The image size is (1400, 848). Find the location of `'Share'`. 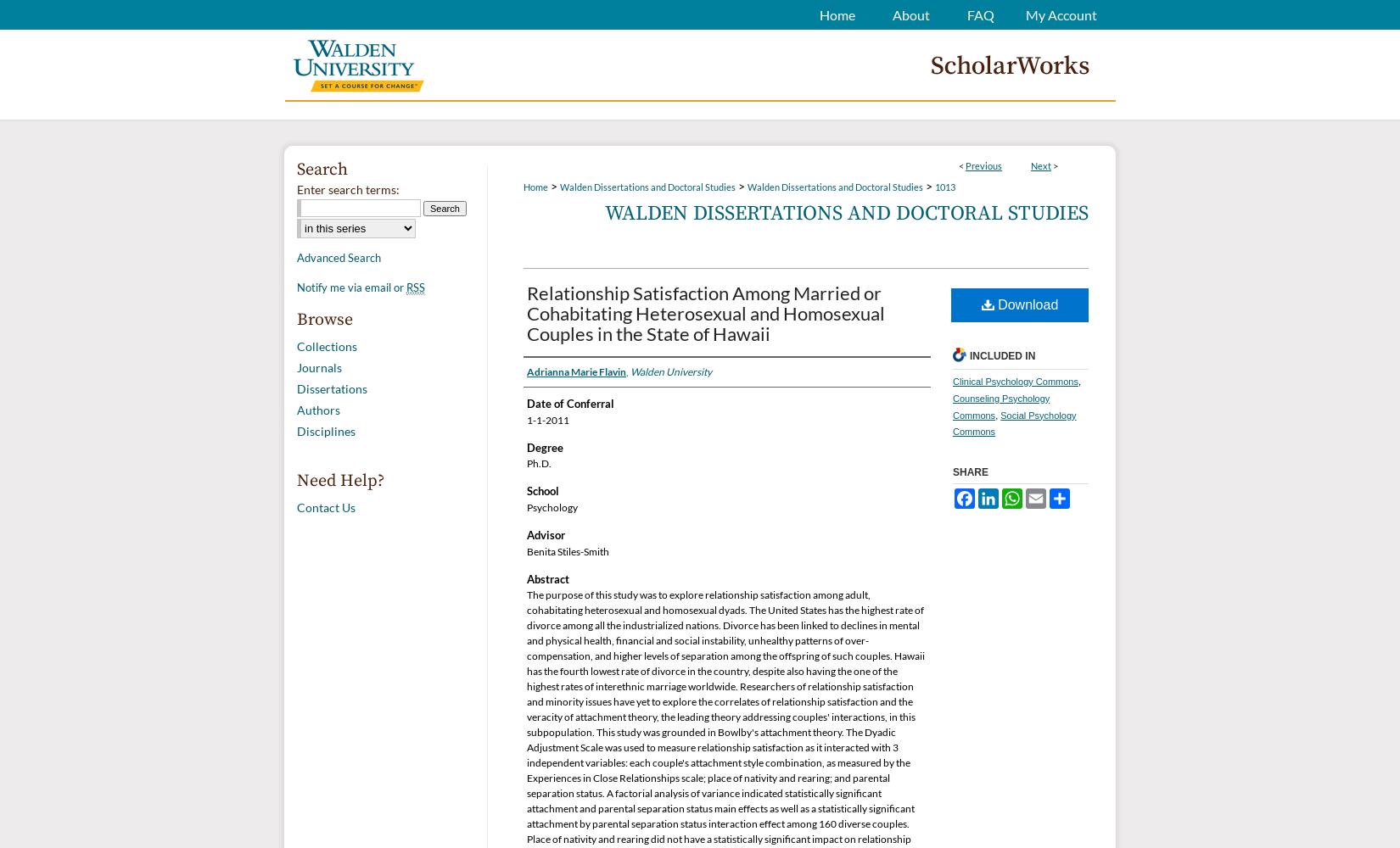

'Share' is located at coordinates (970, 472).